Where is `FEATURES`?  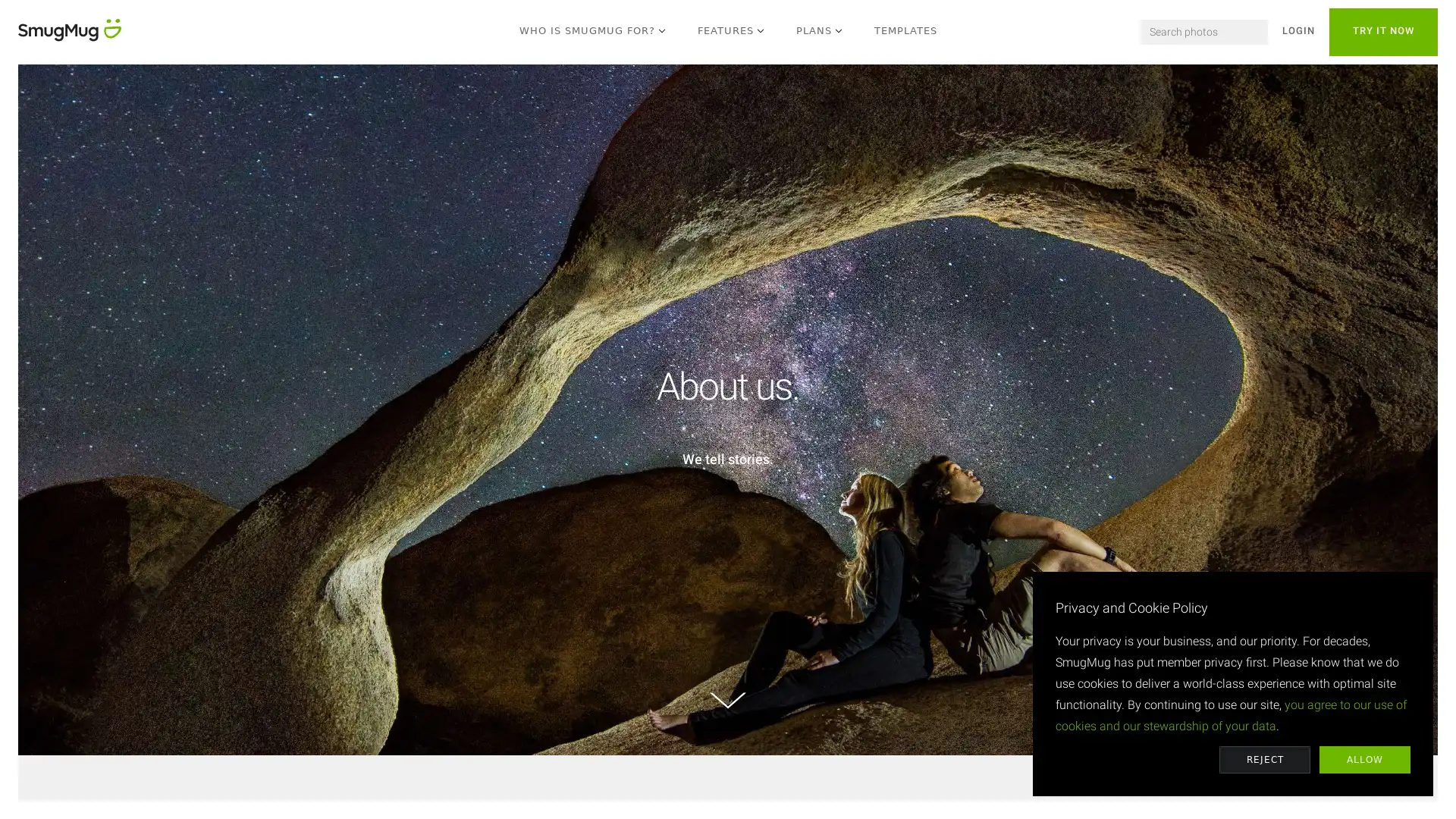
FEATURES is located at coordinates (731, 32).